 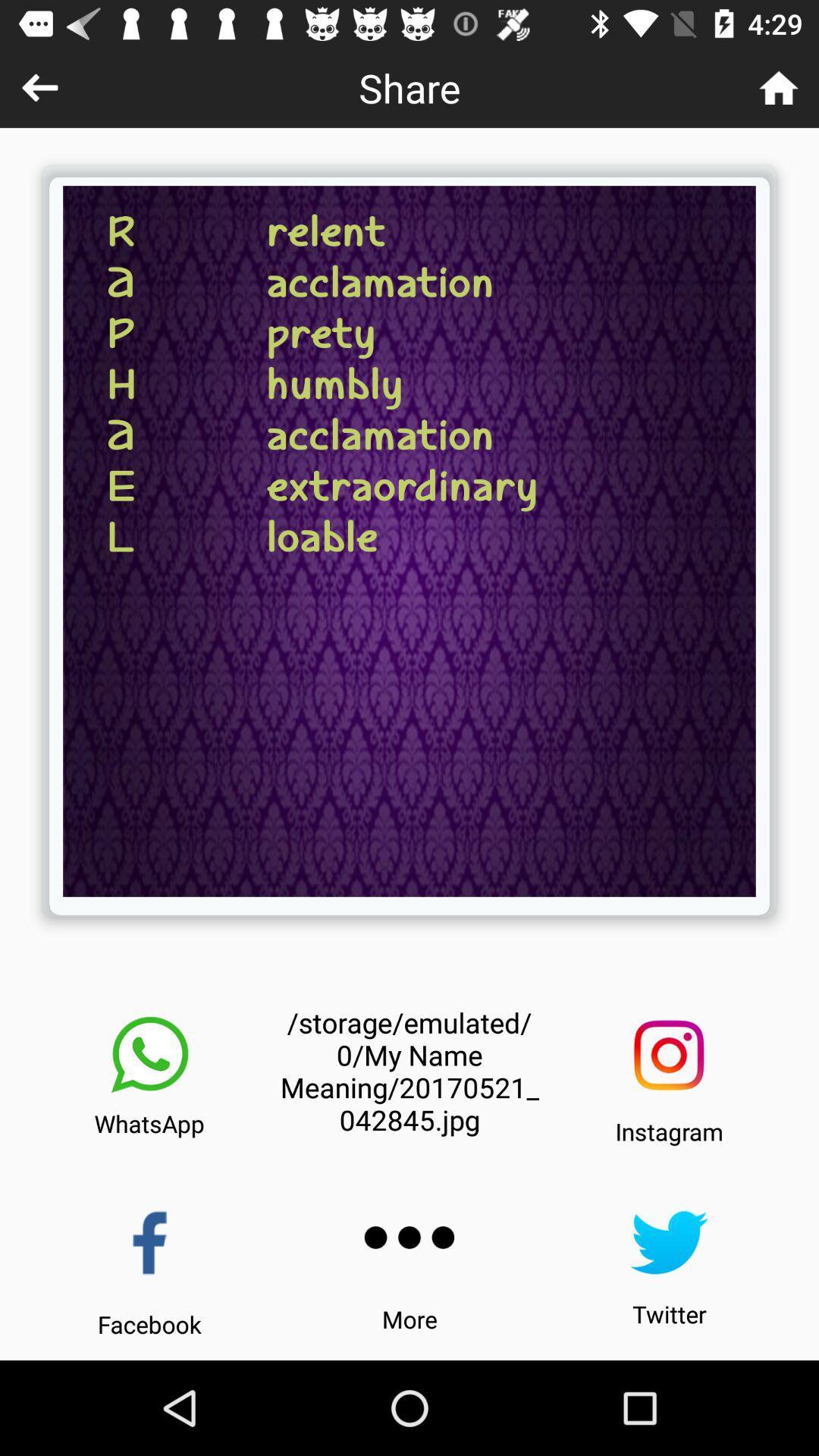 I want to click on the item above the instagram icon, so click(x=668, y=1054).